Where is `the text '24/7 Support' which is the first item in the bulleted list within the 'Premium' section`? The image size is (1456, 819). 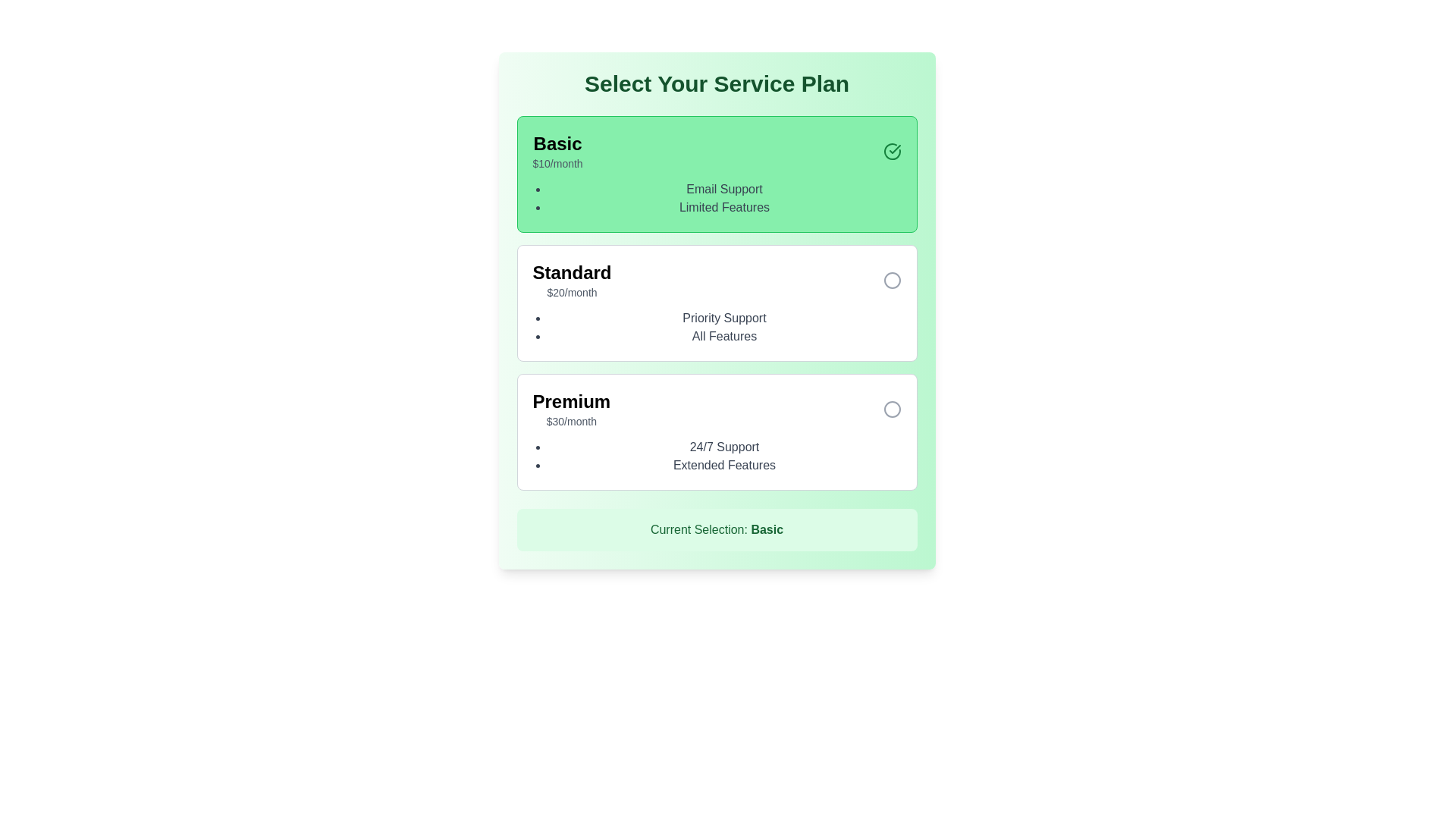 the text '24/7 Support' which is the first item in the bulleted list within the 'Premium' section is located at coordinates (723, 447).